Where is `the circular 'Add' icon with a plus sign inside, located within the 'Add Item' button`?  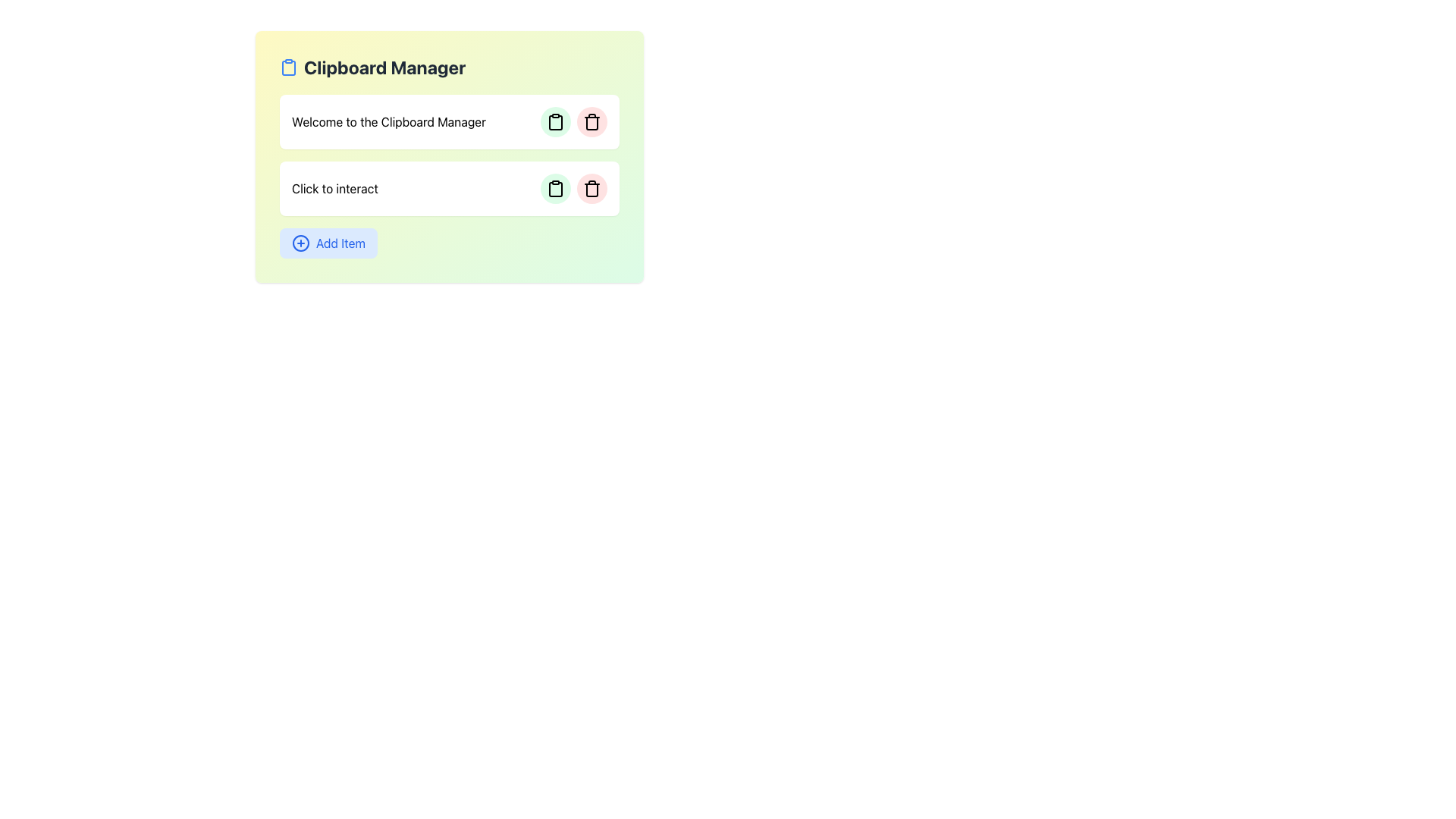
the circular 'Add' icon with a plus sign inside, located within the 'Add Item' button is located at coordinates (301, 242).